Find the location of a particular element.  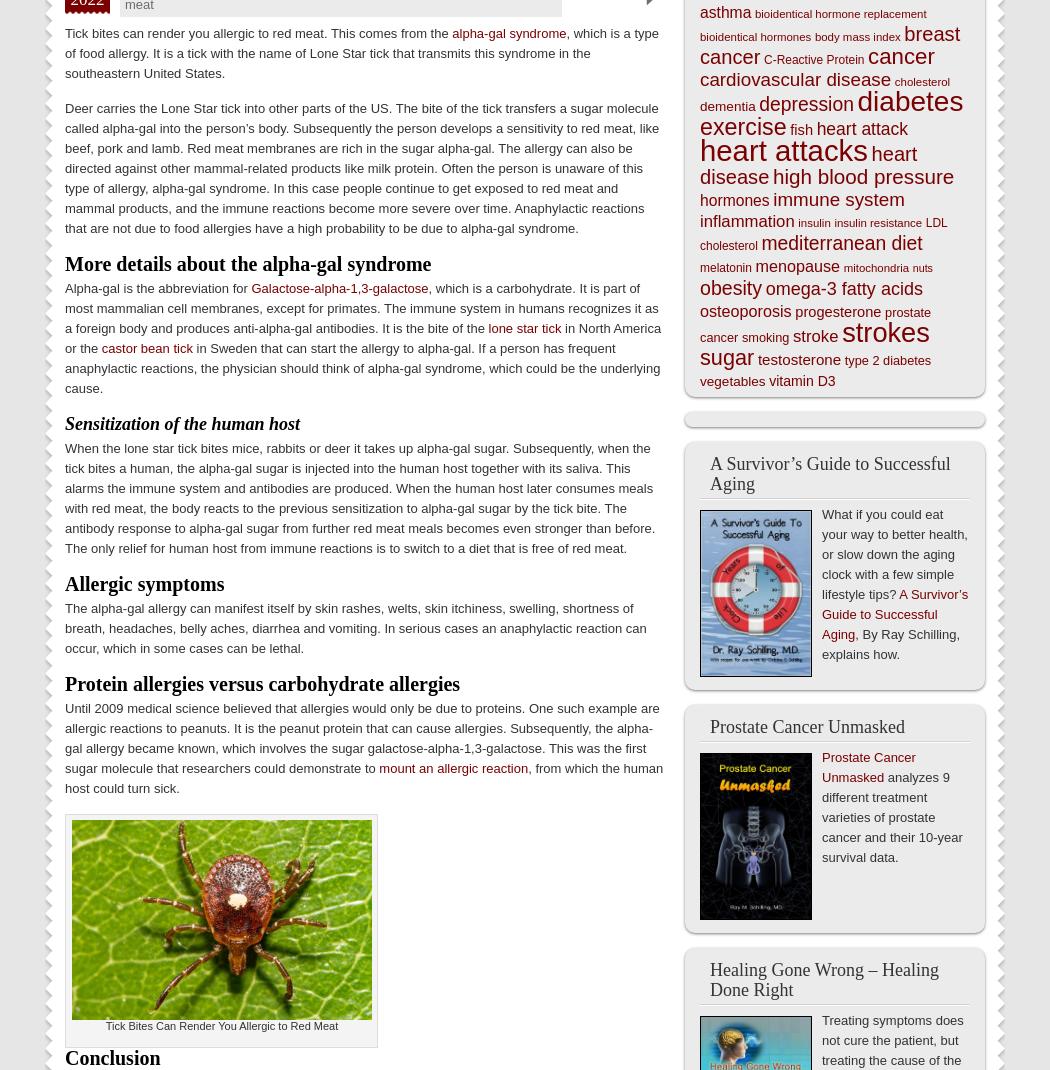

'cholesterol' is located at coordinates (922, 80).